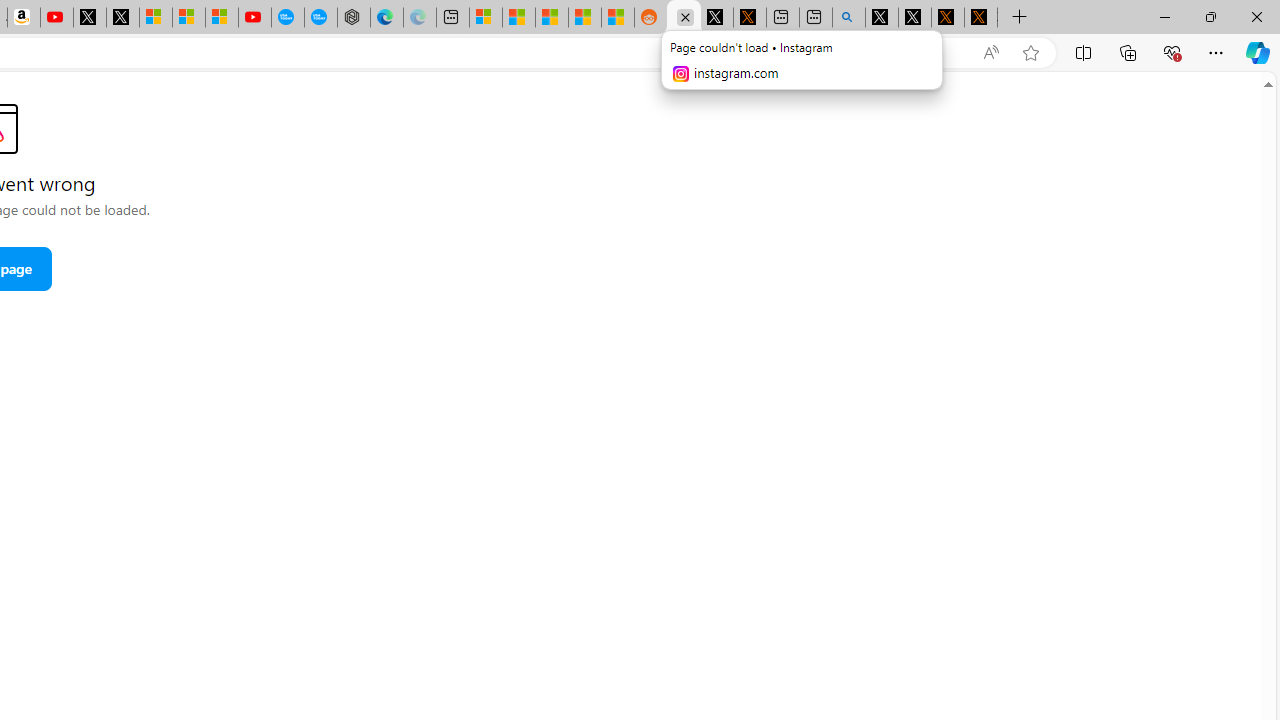  What do you see at coordinates (981, 17) in the screenshot?
I see `'X Privacy Policy'` at bounding box center [981, 17].